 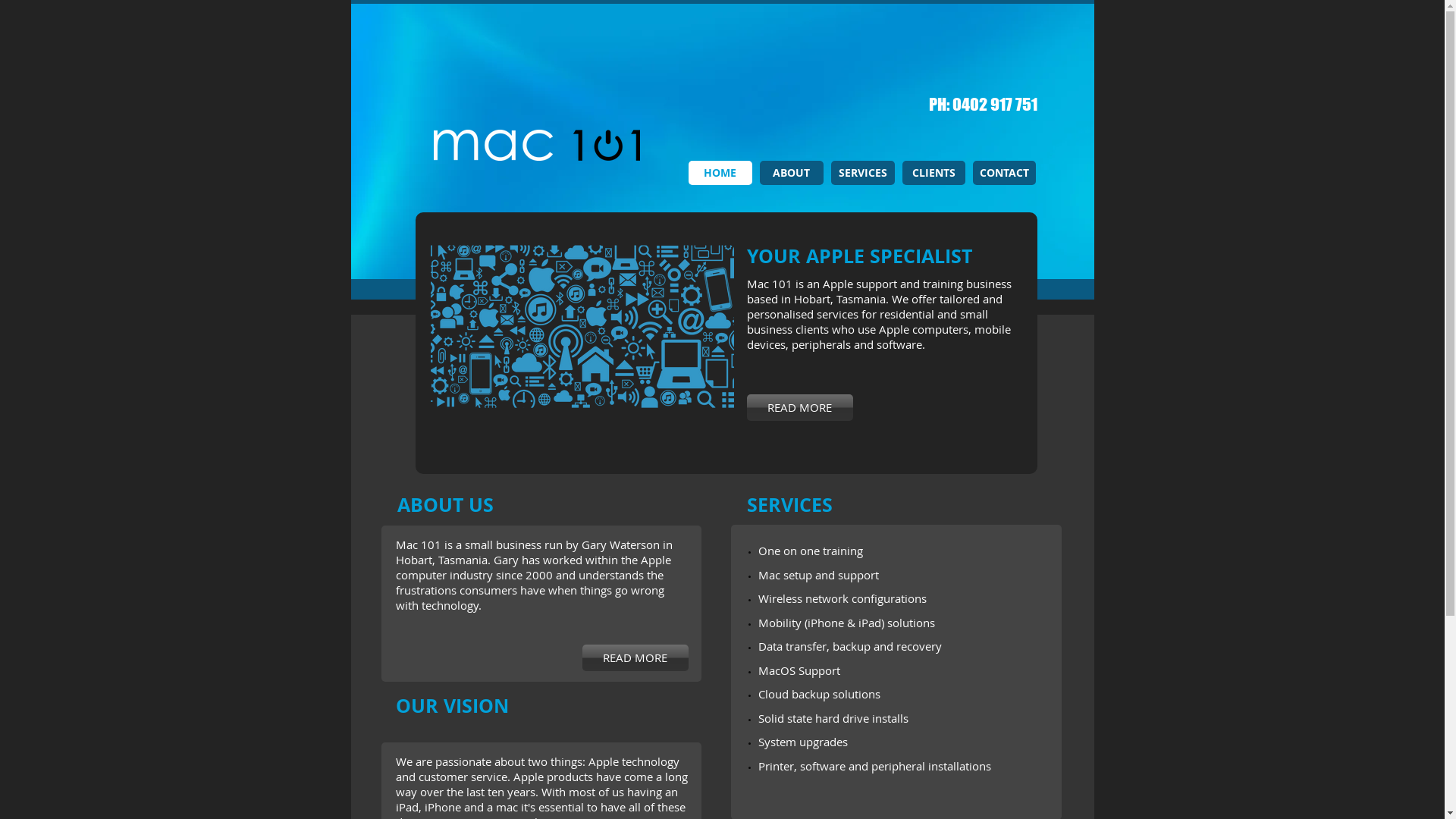 I want to click on 'ABOUT', so click(x=760, y=171).